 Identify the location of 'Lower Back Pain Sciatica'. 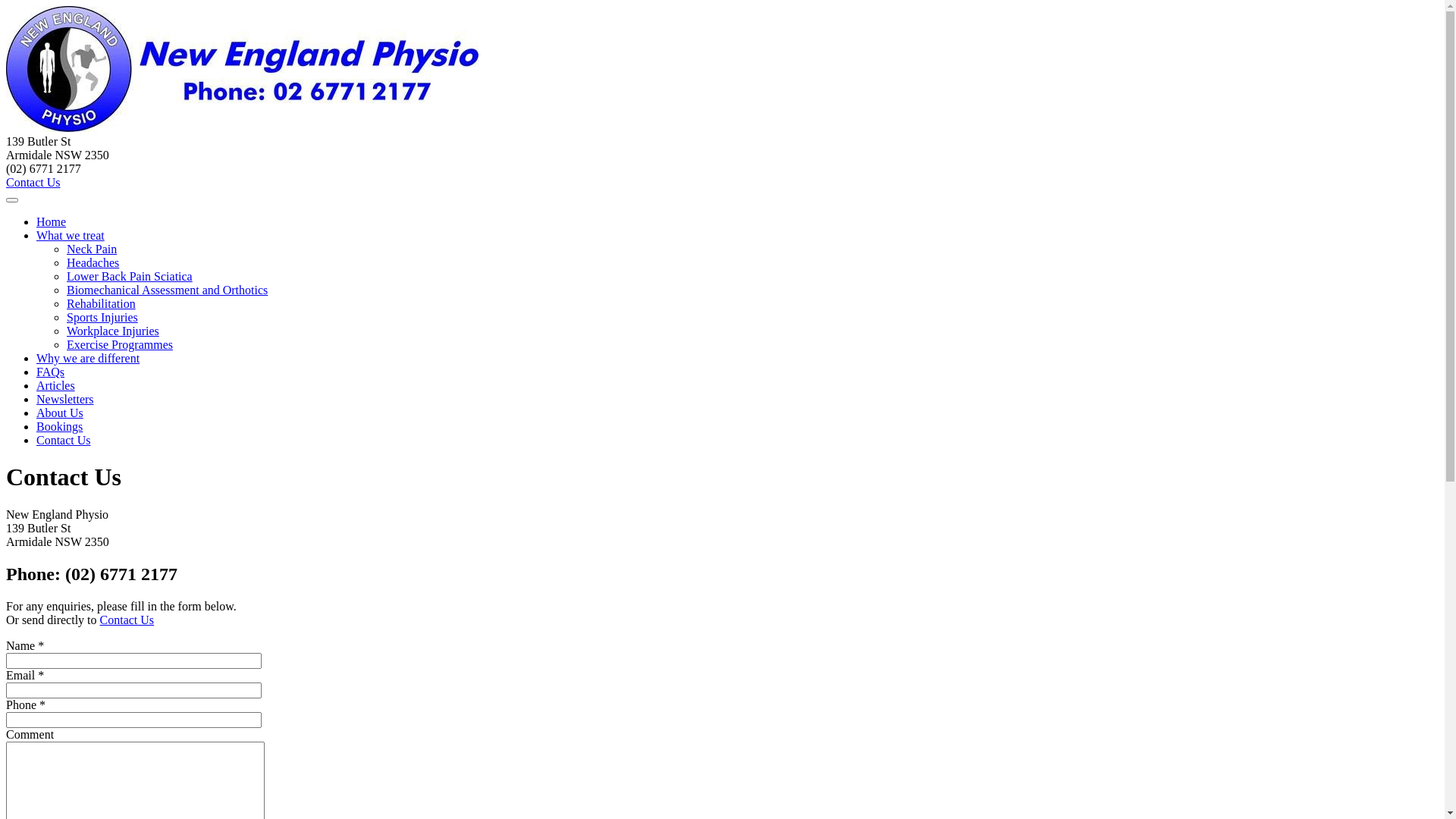
(130, 276).